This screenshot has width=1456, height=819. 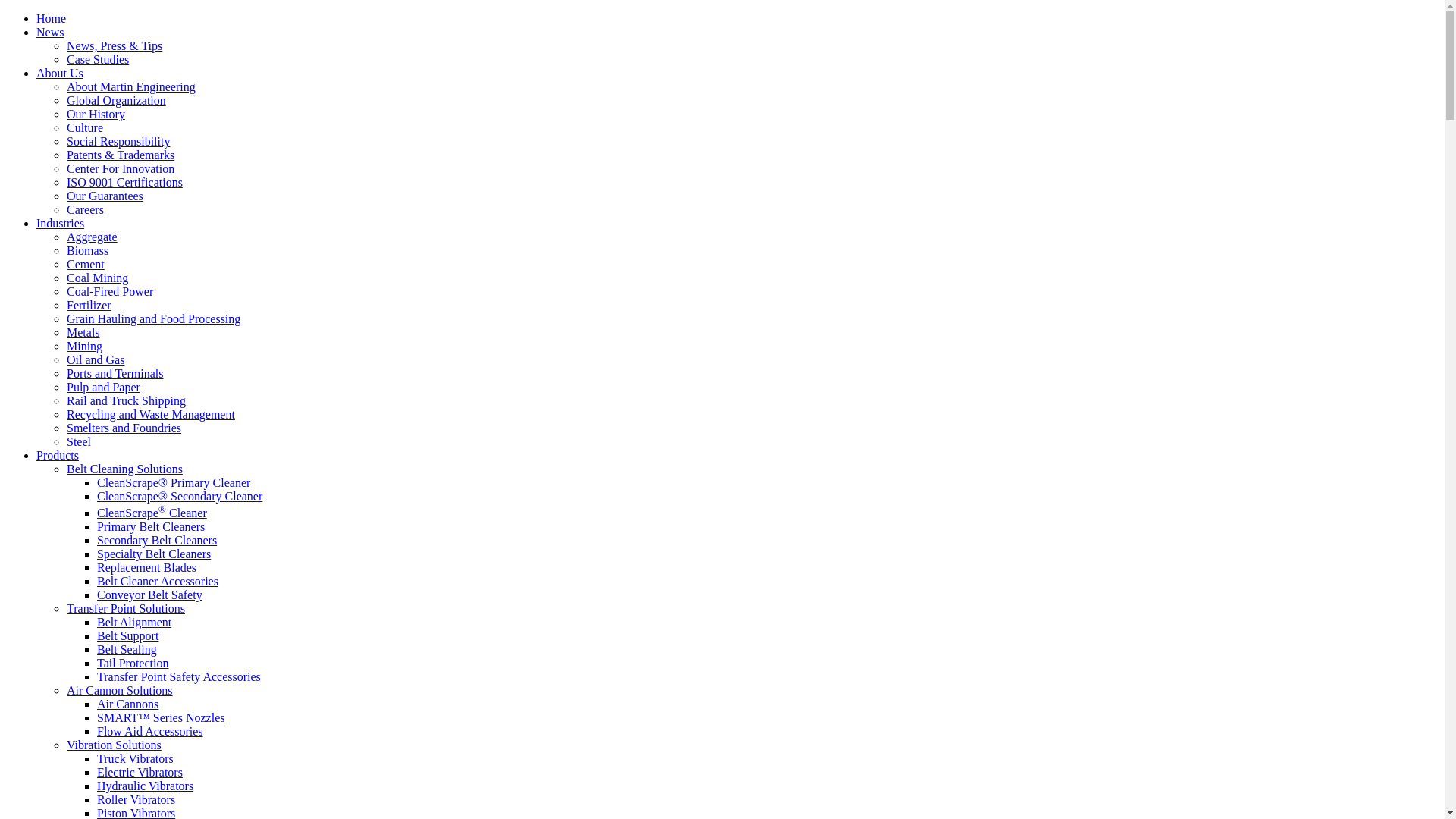 I want to click on 'Specialty Belt Cleaners', so click(x=153, y=554).